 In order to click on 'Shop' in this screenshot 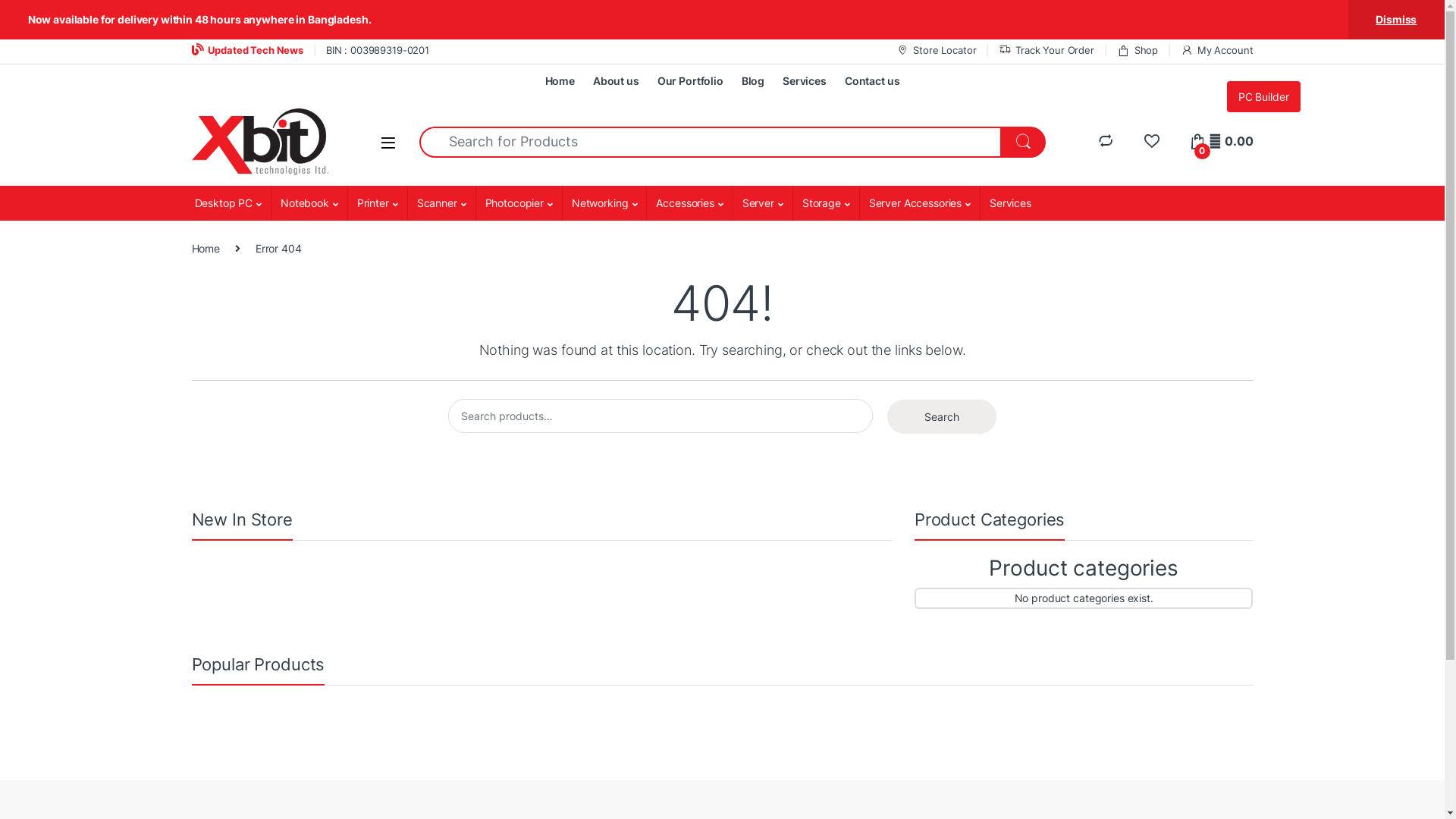, I will do `click(1137, 49)`.